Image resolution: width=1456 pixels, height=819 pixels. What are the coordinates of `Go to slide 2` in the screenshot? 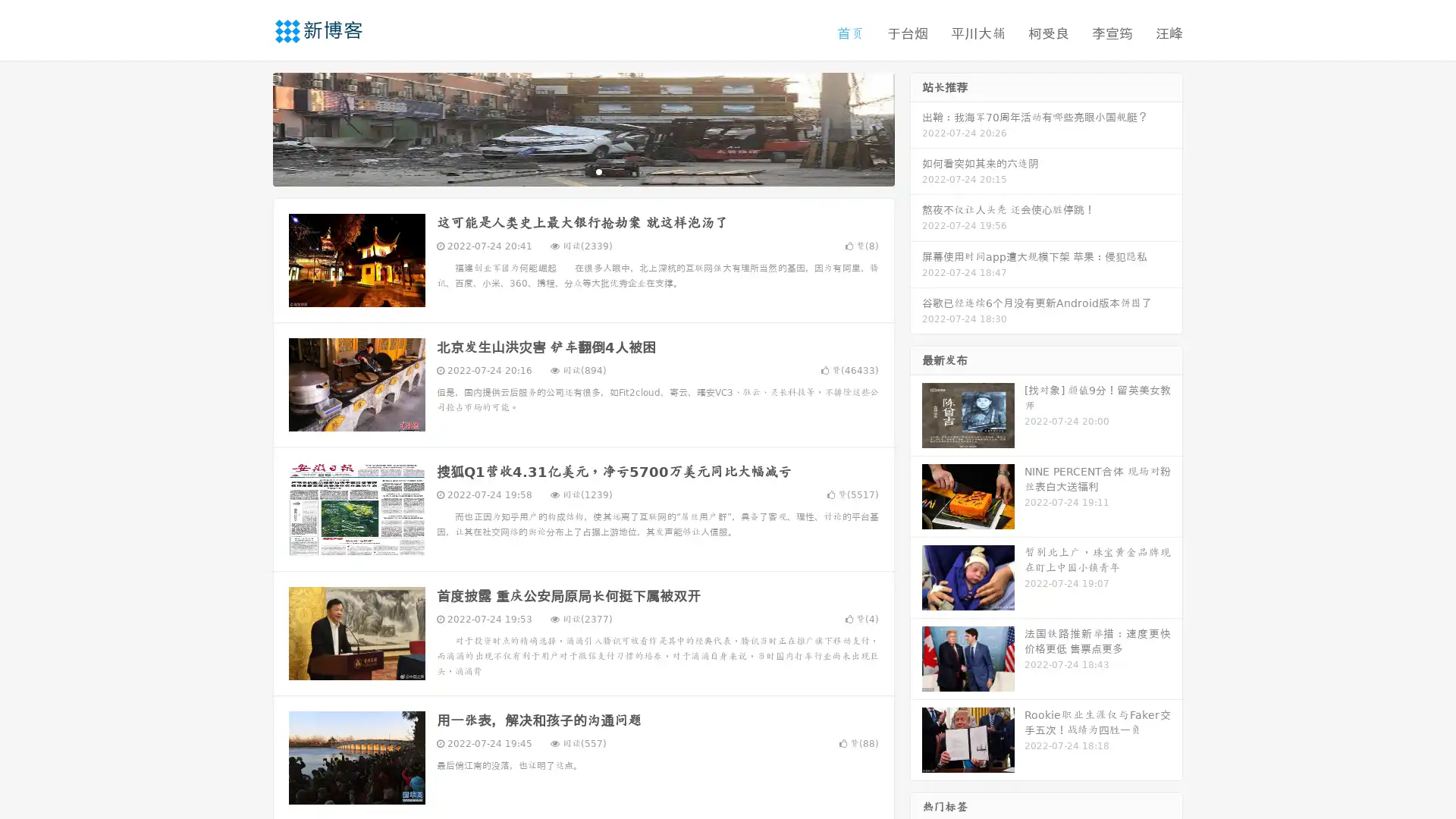 It's located at (582, 171).